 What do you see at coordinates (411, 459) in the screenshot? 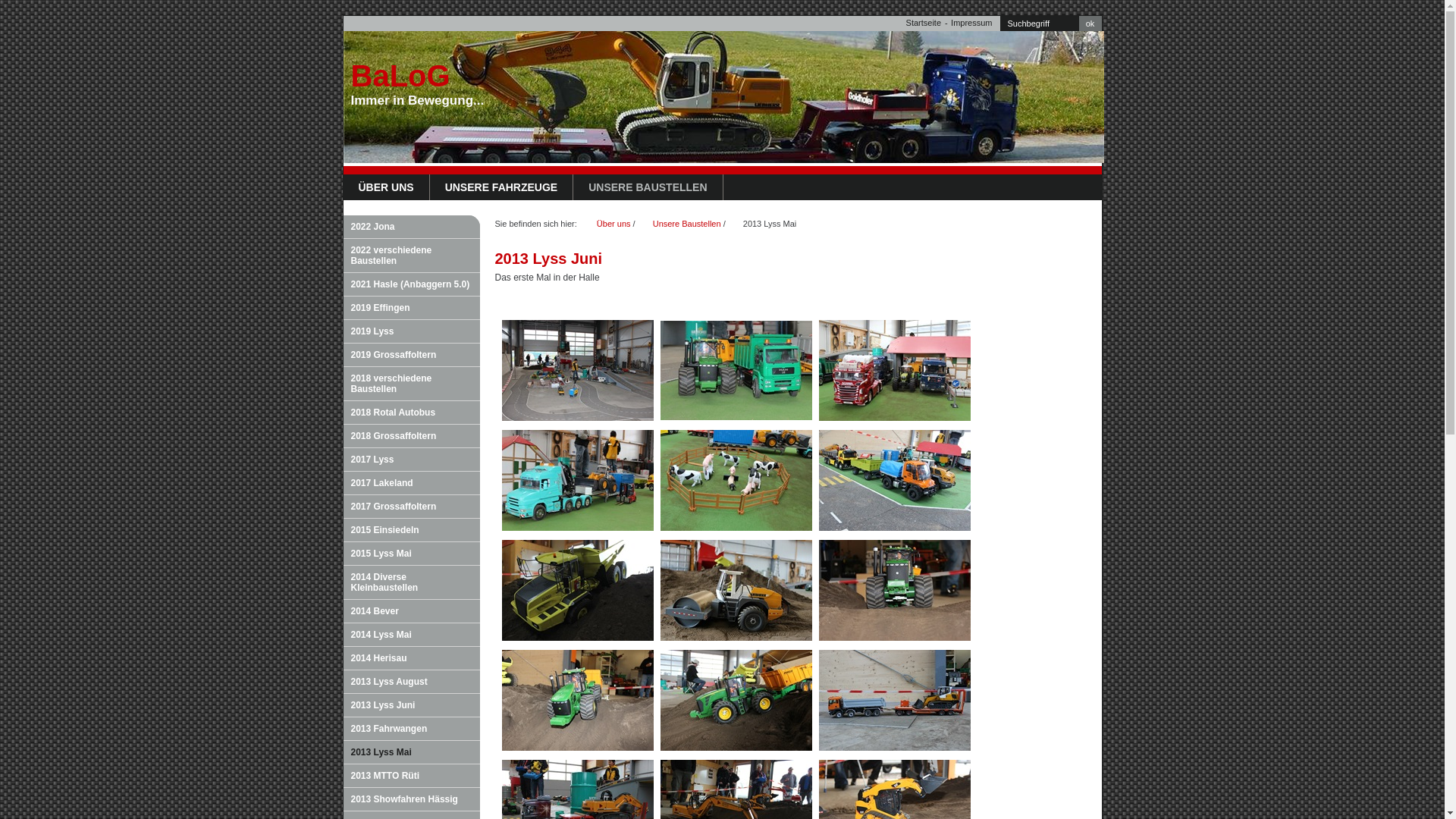
I see `'2017 Lyss'` at bounding box center [411, 459].